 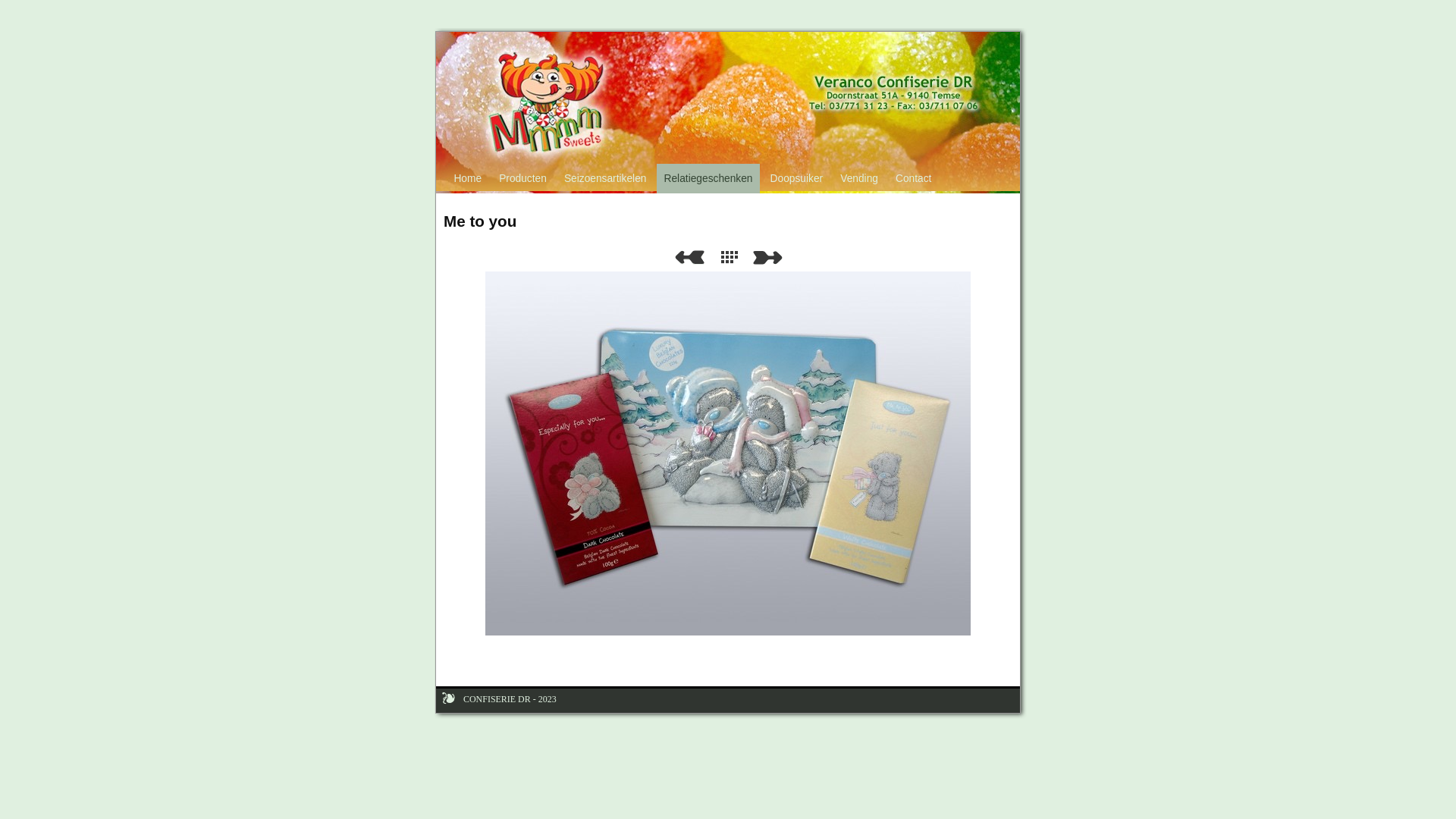 What do you see at coordinates (523, 177) in the screenshot?
I see `'Producten'` at bounding box center [523, 177].